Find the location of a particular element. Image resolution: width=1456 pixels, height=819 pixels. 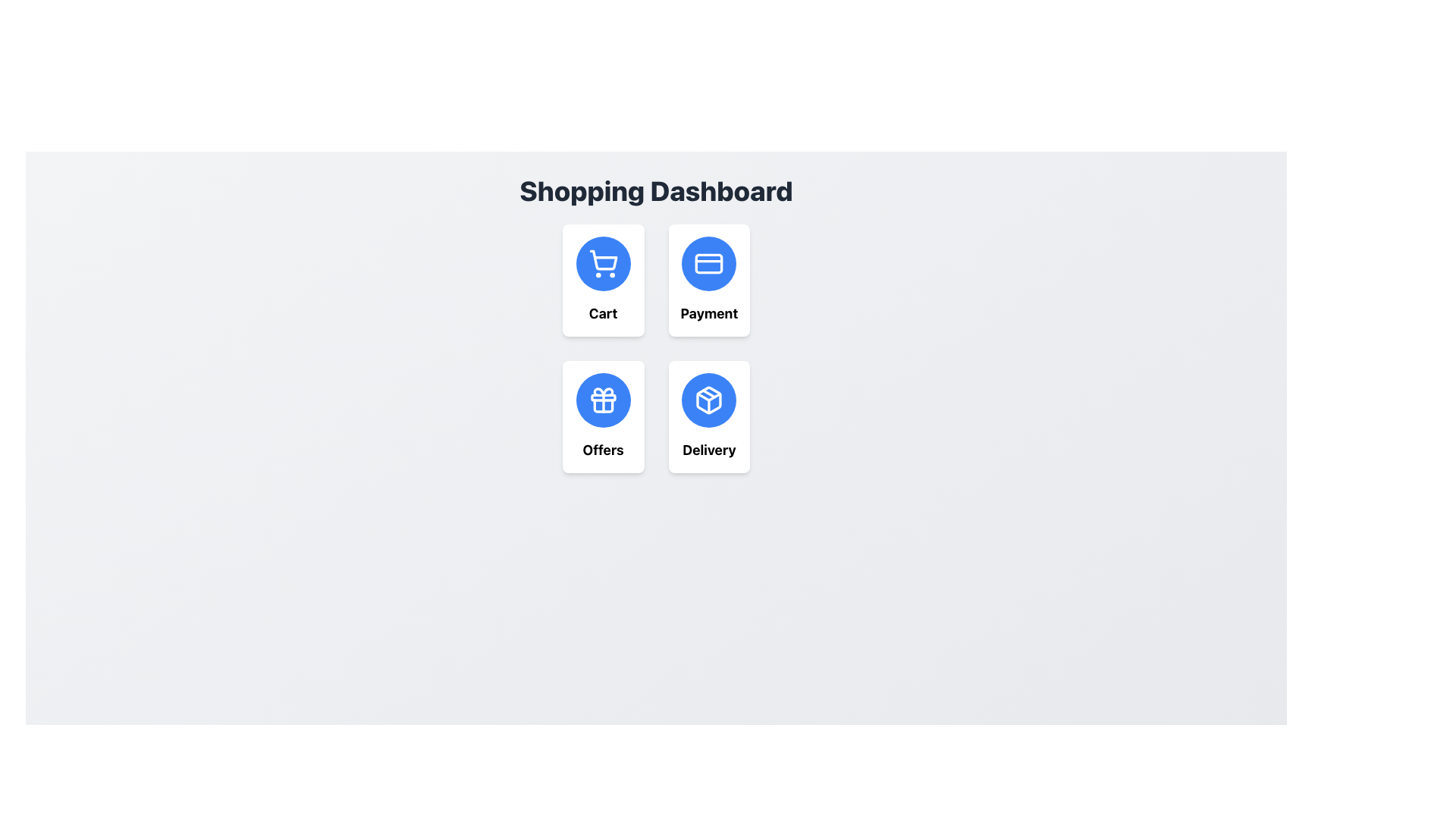

the text label at the bottom of the white rectangular card in the second row, first column of the 2x2 grid layout, which is contextually linked to a gift icon is located at coordinates (602, 450).